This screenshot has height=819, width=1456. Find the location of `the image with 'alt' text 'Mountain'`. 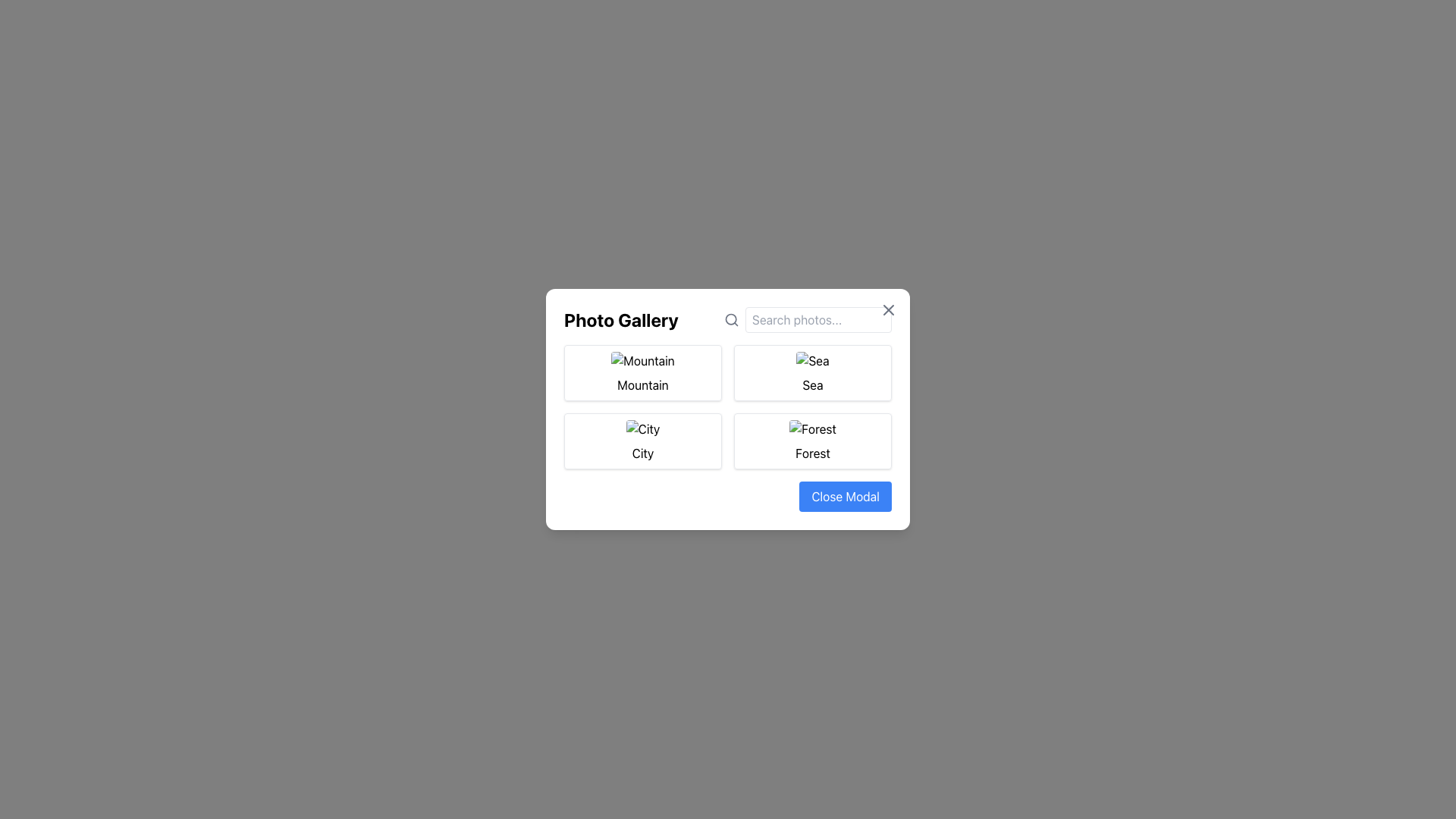

the image with 'alt' text 'Mountain' is located at coordinates (643, 360).